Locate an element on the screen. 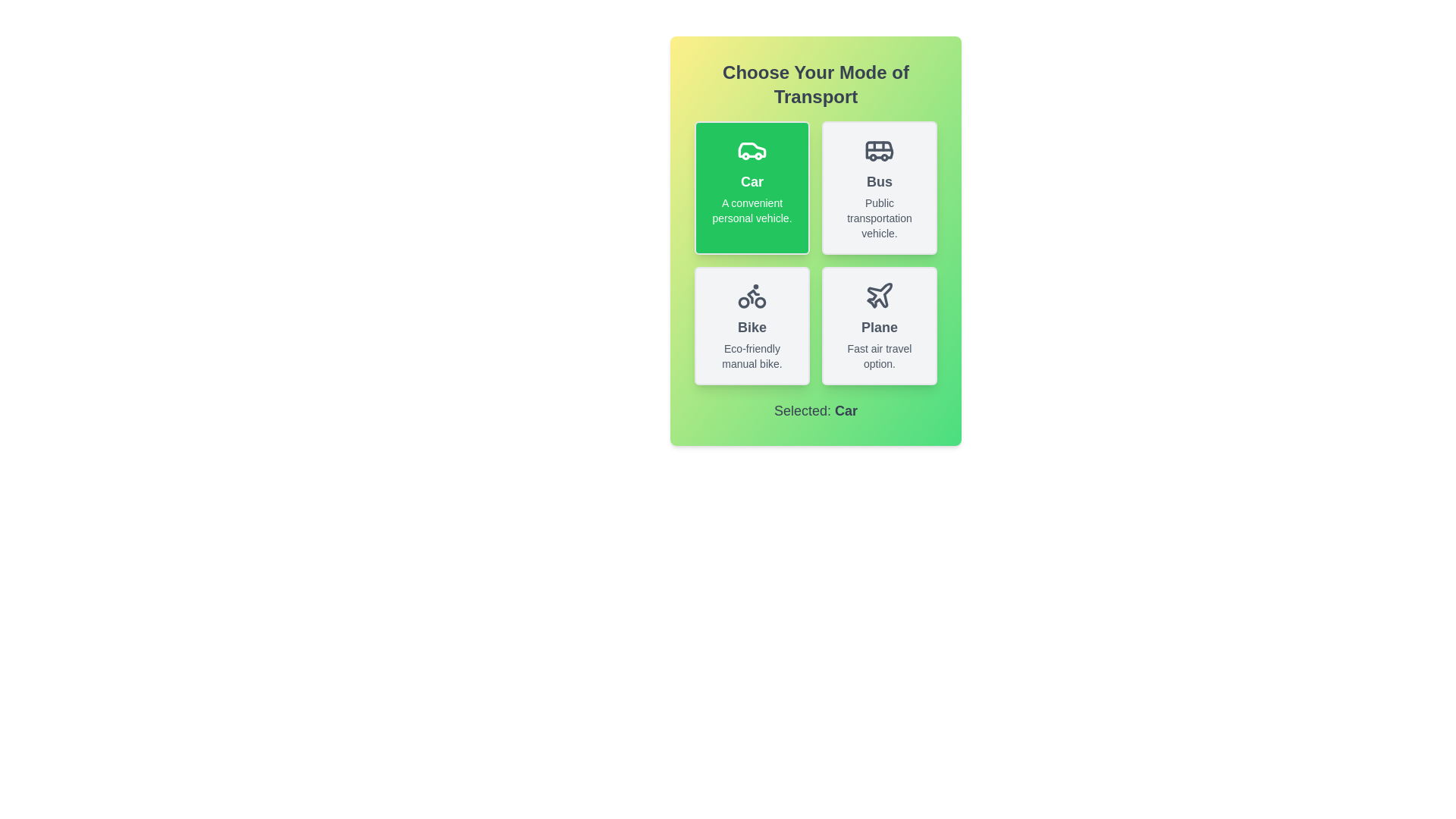  the transport mode Bike by clicking the corresponding button is located at coordinates (752, 325).